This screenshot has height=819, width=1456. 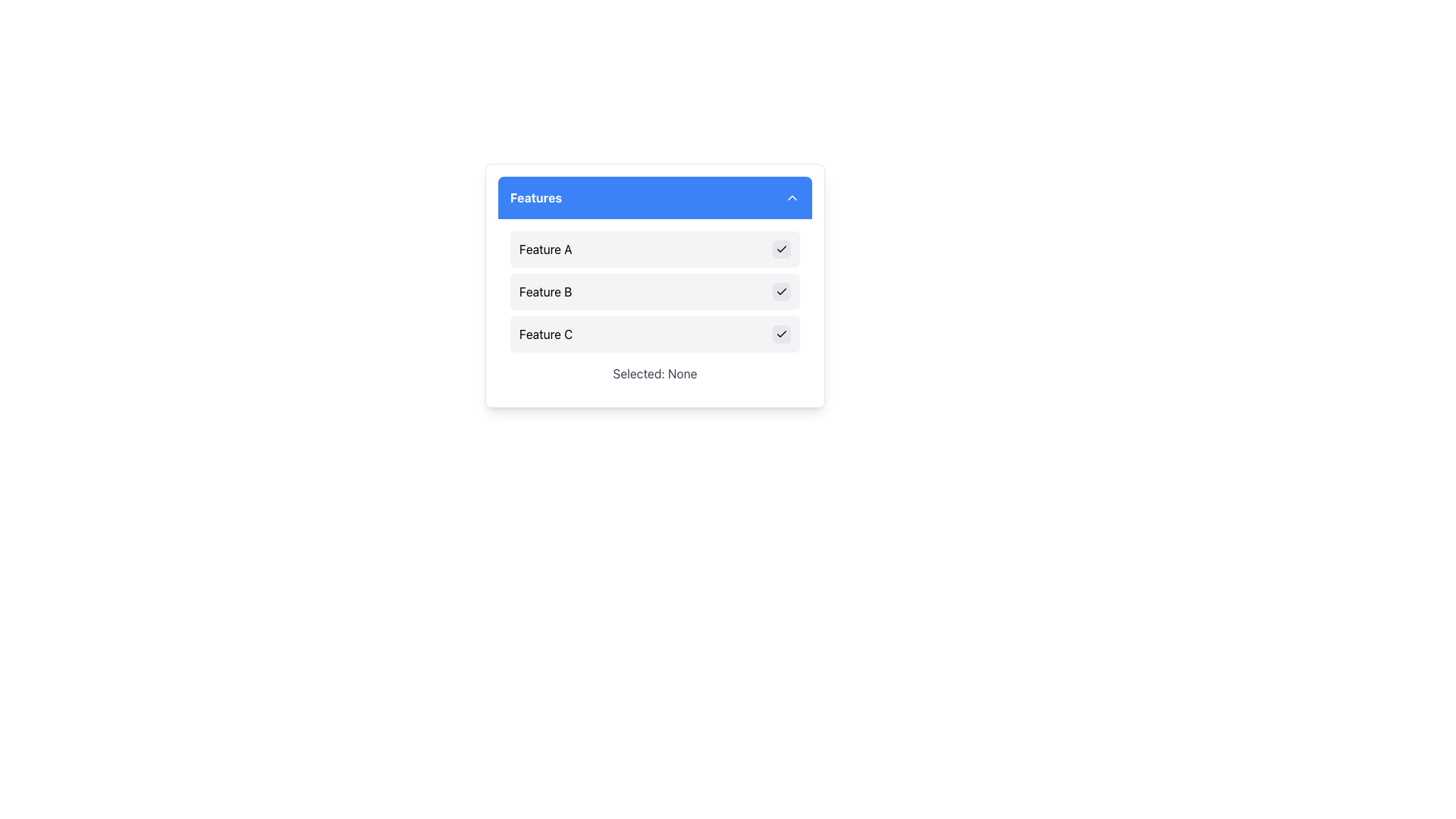 I want to click on the Interactive Icon that indicates 'Feature A' is currently selected, so click(x=782, y=248).